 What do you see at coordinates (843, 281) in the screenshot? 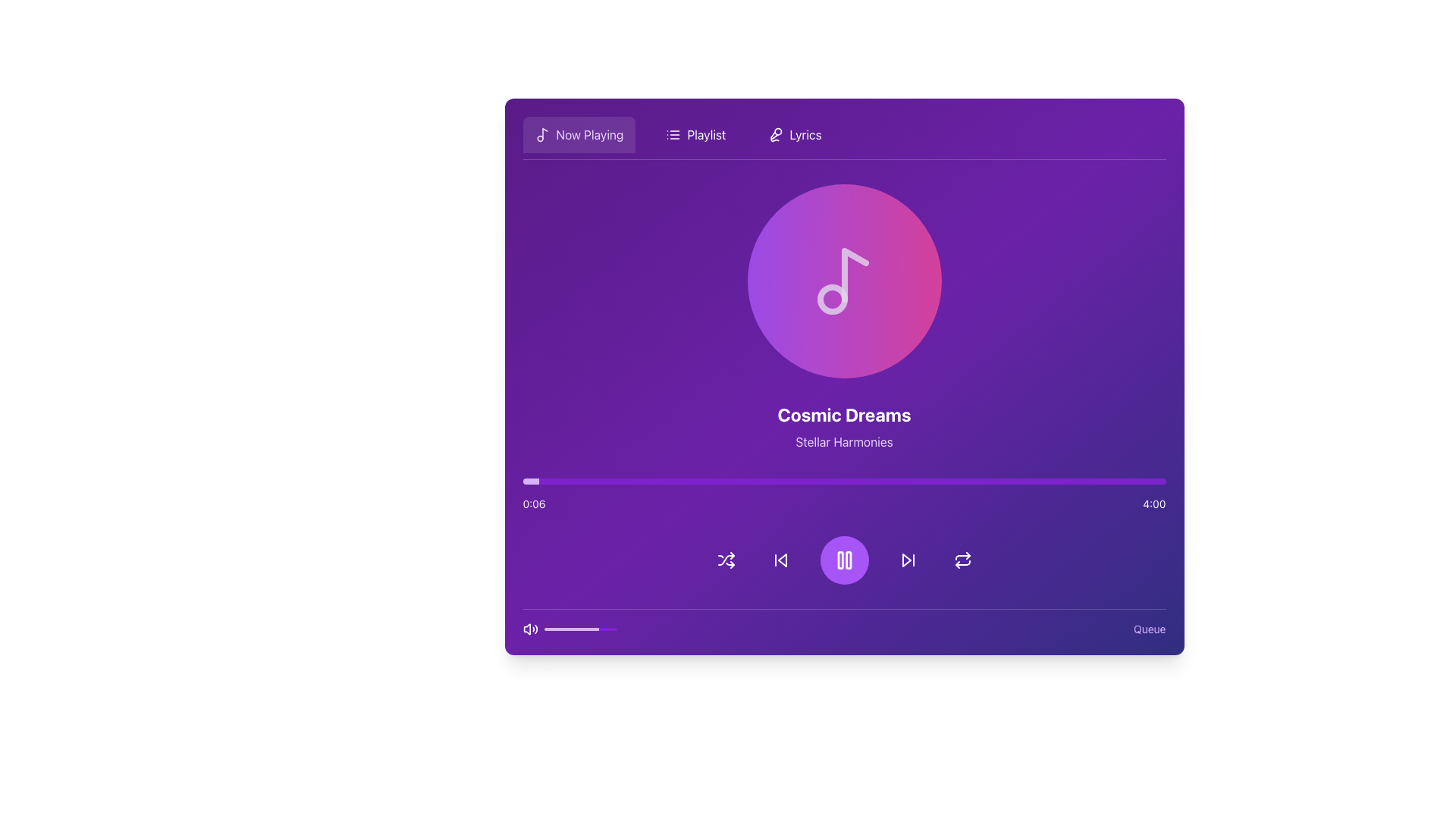
I see `the circular music note icon with a gradient background, located in the center of the interface` at bounding box center [843, 281].